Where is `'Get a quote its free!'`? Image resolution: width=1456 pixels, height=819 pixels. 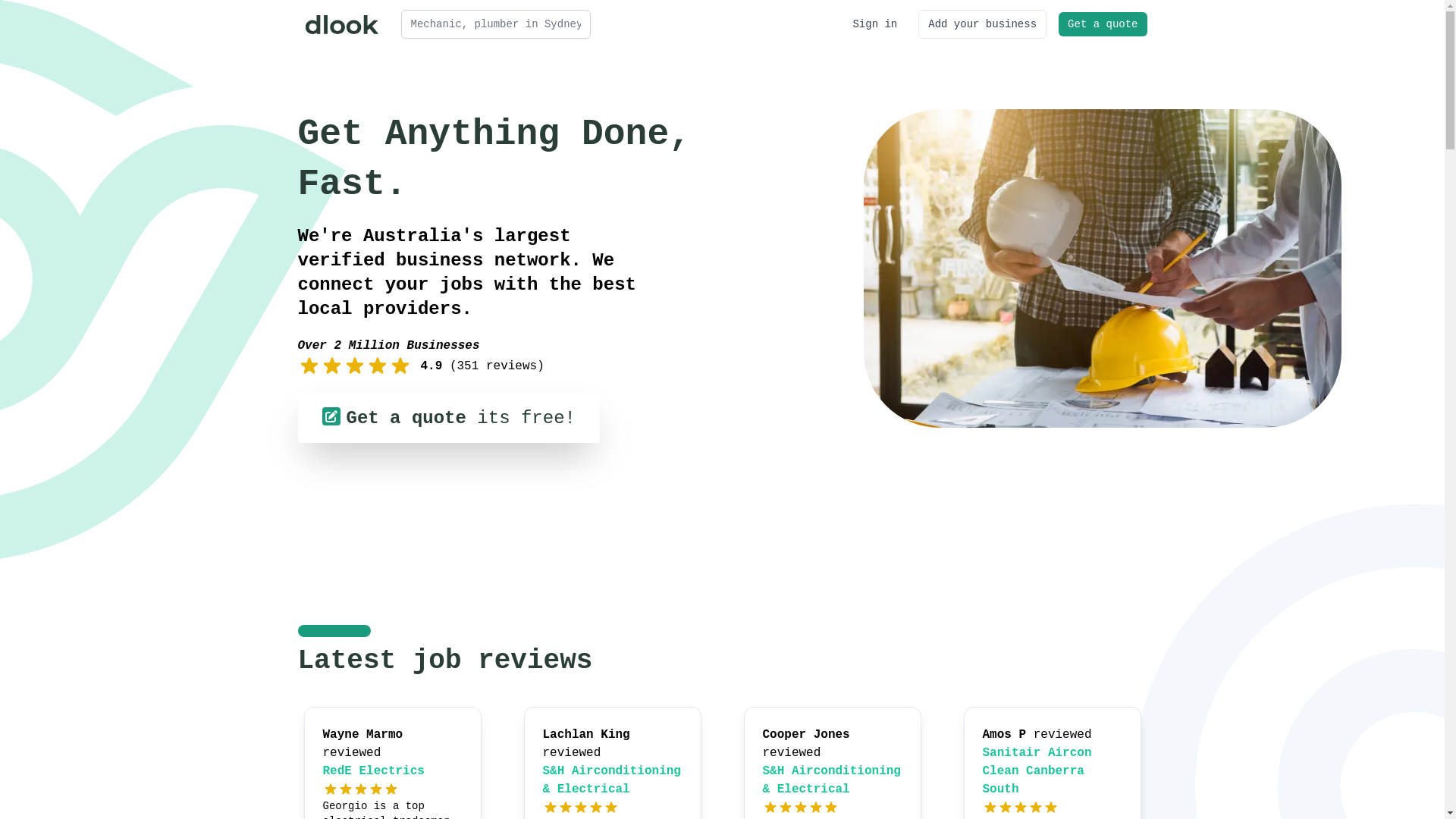
'Get a quote its free!' is located at coordinates (447, 418).